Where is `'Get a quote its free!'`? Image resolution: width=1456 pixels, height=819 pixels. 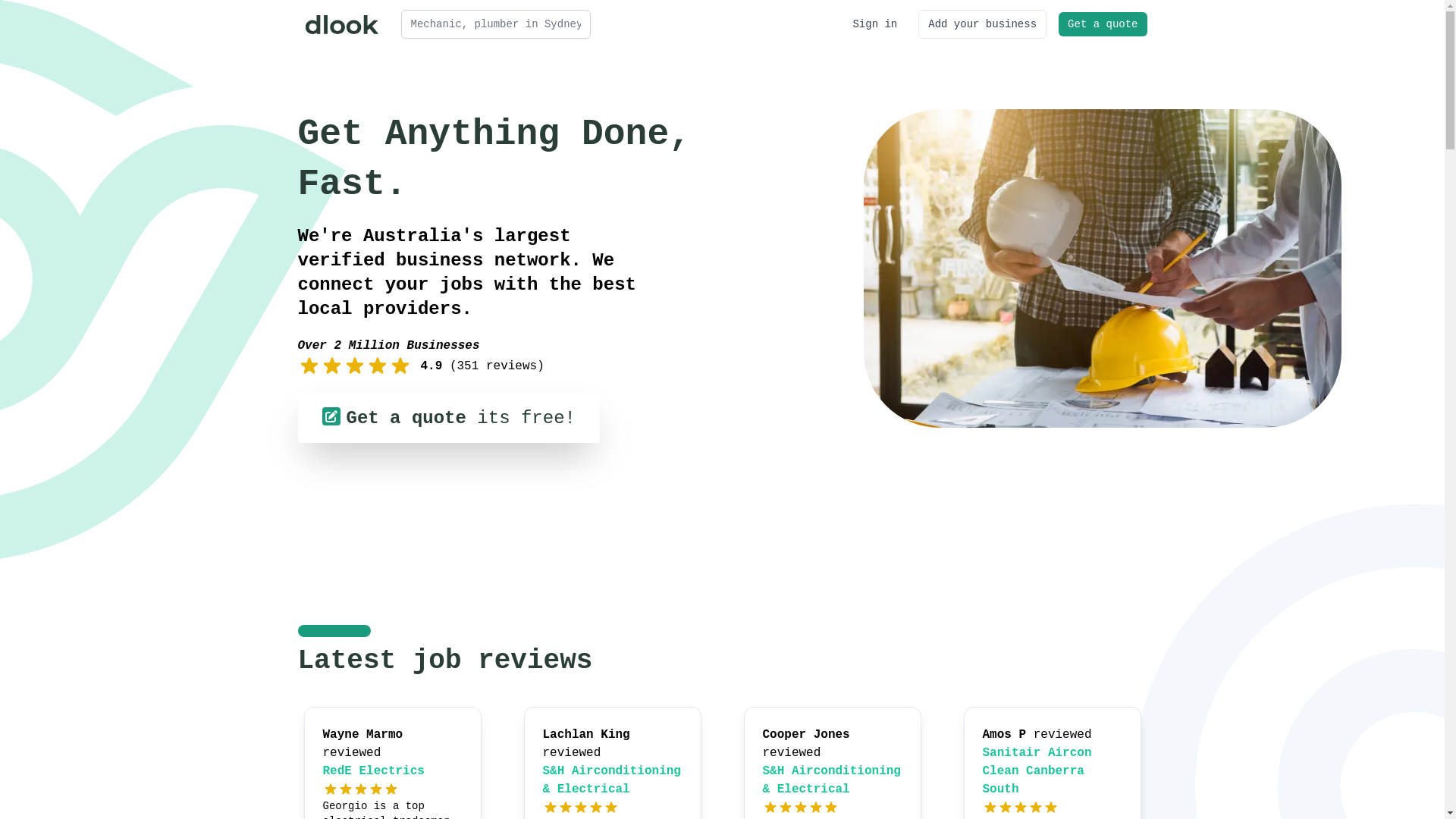
'Get a quote its free!' is located at coordinates (447, 418).